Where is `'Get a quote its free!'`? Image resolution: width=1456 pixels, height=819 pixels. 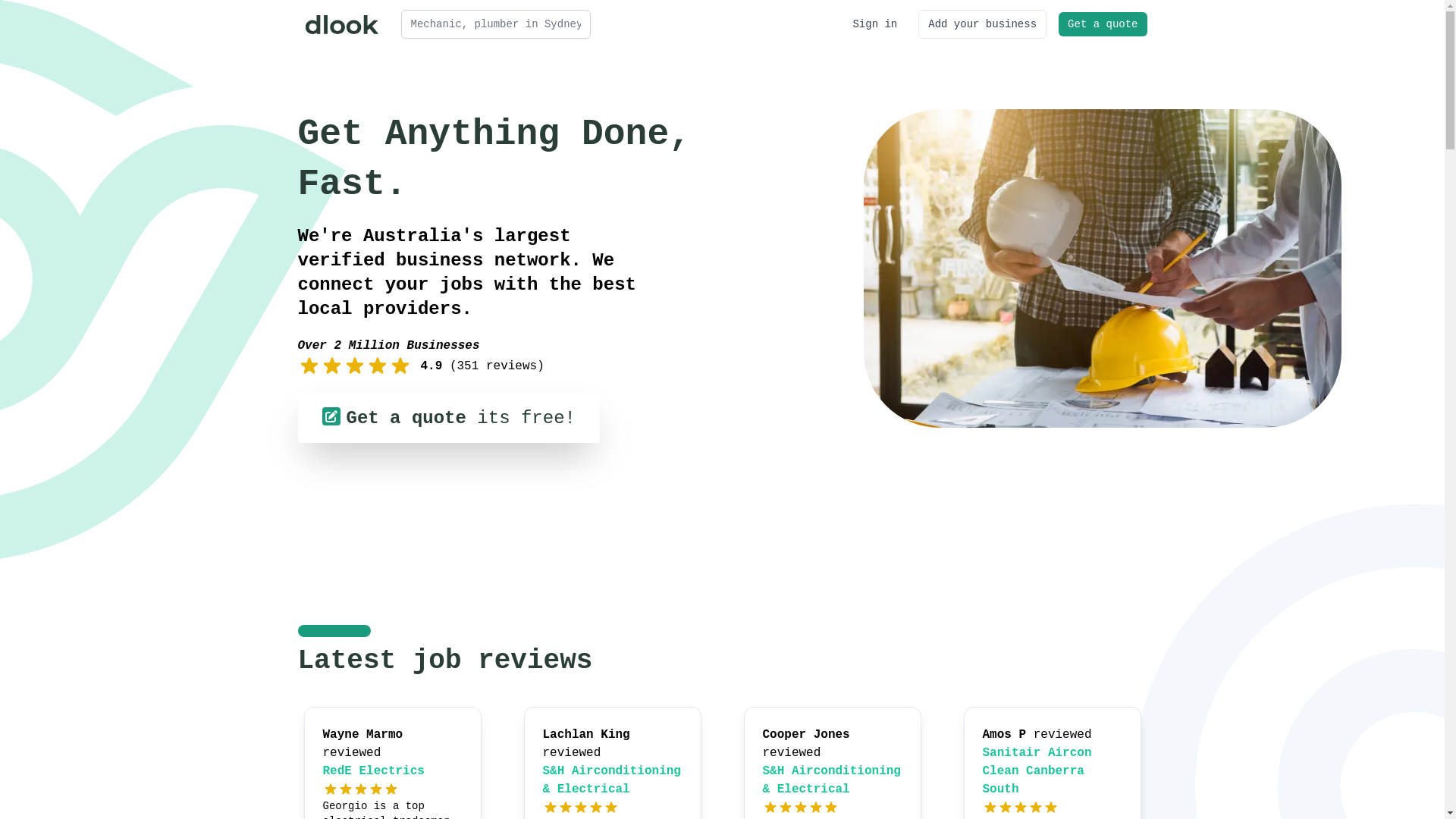
'Get a quote its free!' is located at coordinates (447, 418).